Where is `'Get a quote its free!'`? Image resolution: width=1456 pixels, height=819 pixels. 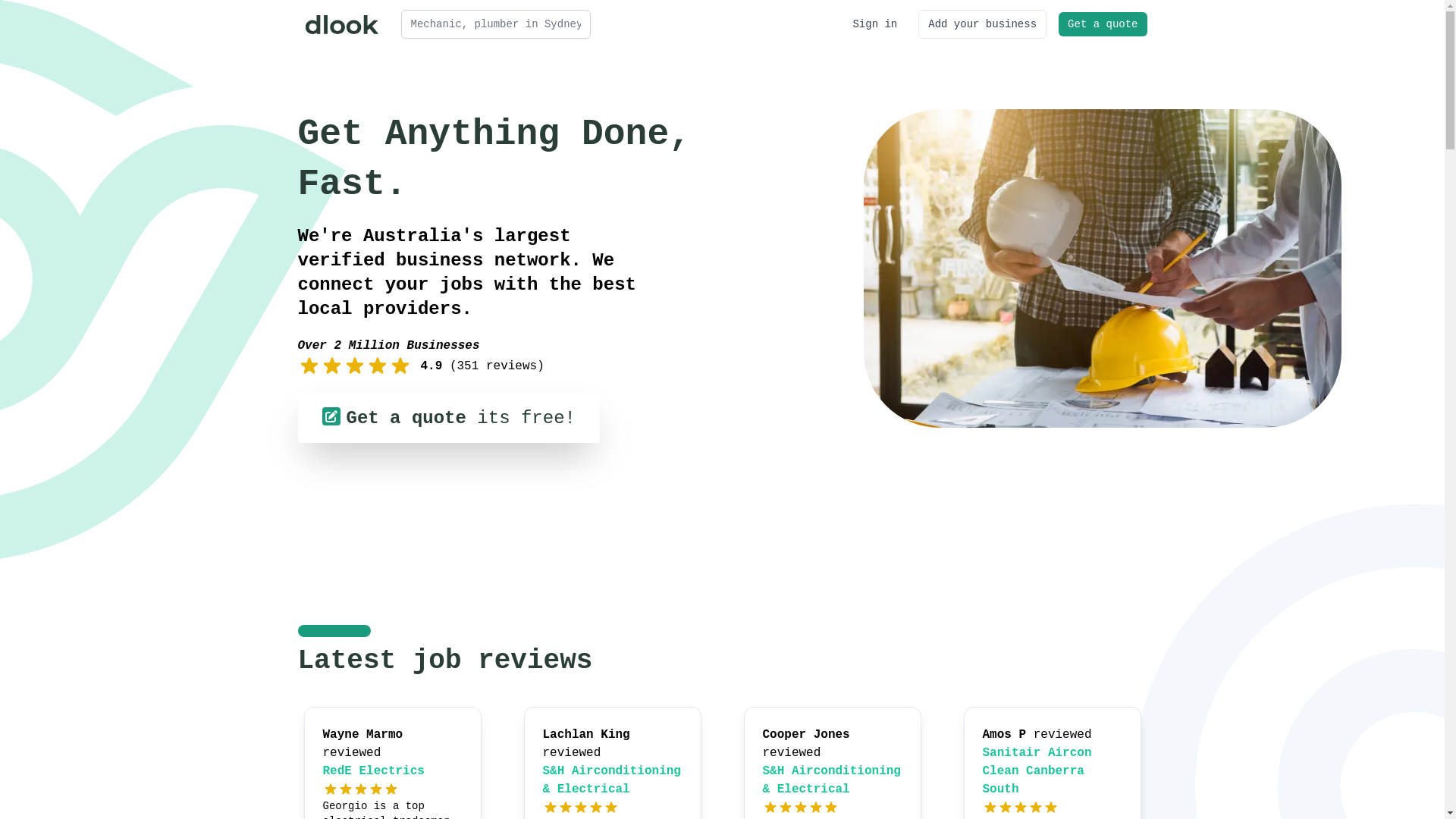
'Get a quote its free!' is located at coordinates (447, 418).